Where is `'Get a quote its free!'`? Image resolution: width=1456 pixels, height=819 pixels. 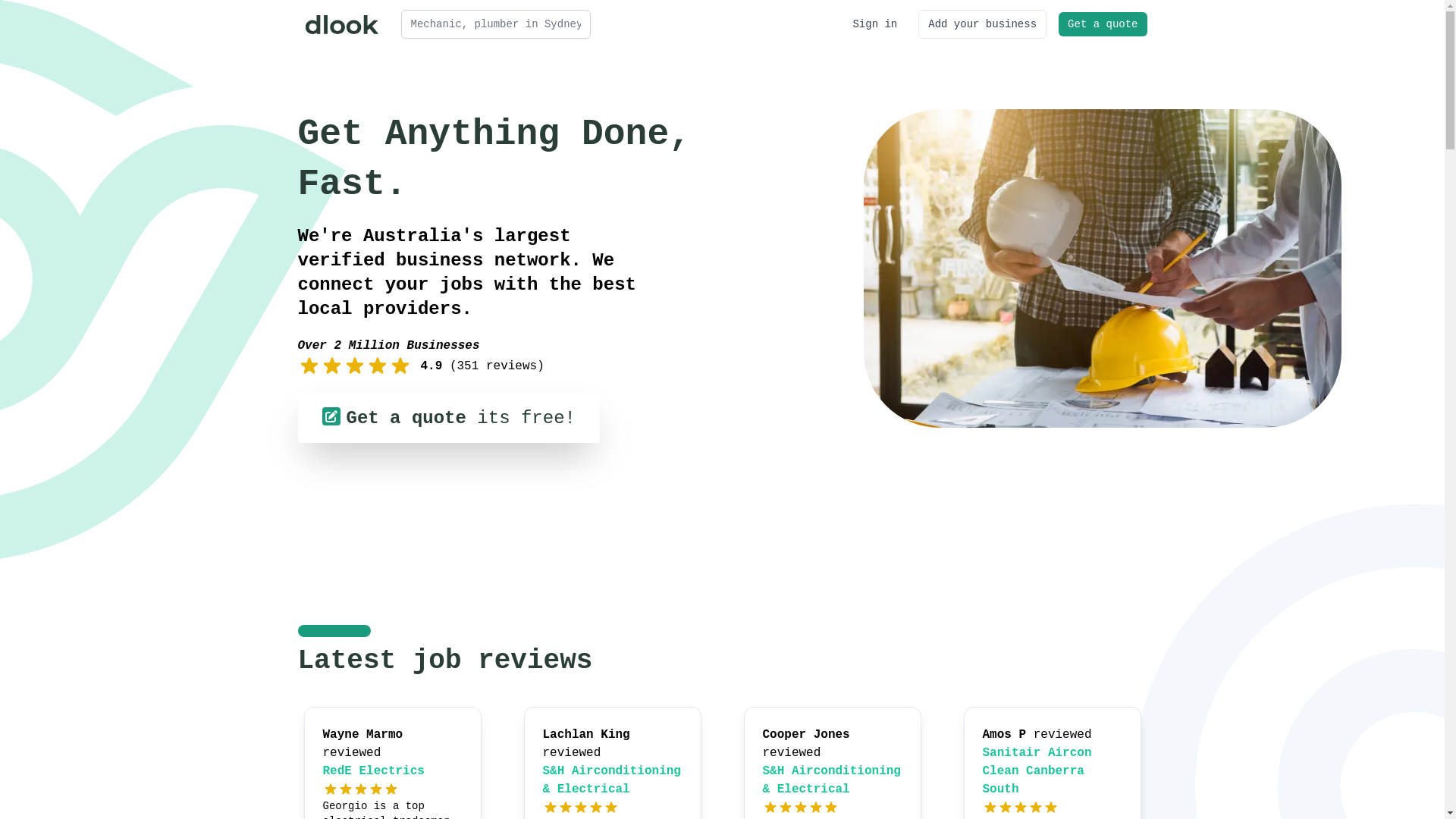
'Get a quote its free!' is located at coordinates (447, 418).